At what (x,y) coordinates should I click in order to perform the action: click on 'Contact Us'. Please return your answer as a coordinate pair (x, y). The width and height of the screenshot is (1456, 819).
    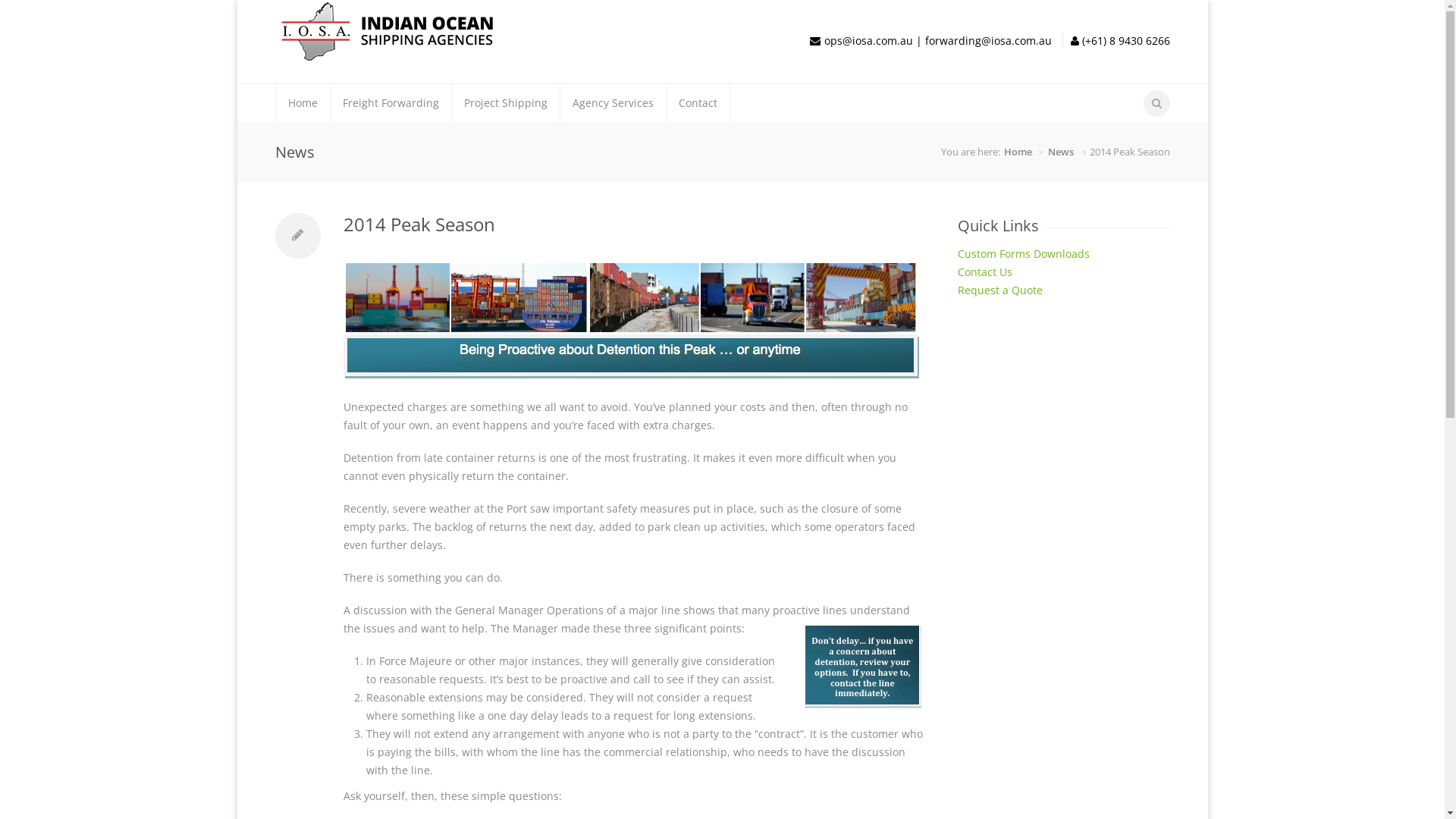
    Looking at the image, I should click on (984, 271).